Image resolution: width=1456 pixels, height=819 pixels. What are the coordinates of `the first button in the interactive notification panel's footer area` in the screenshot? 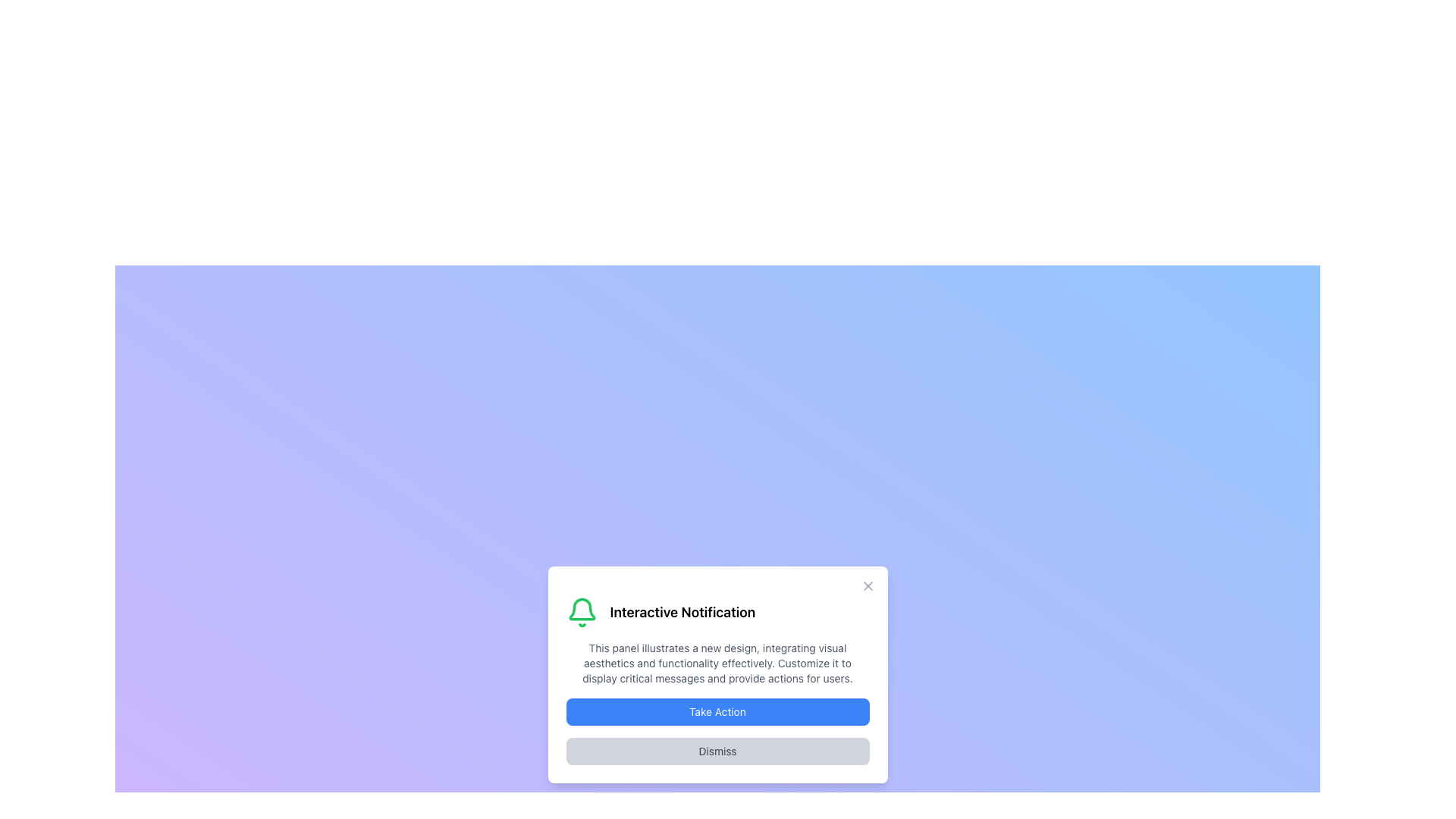 It's located at (717, 711).